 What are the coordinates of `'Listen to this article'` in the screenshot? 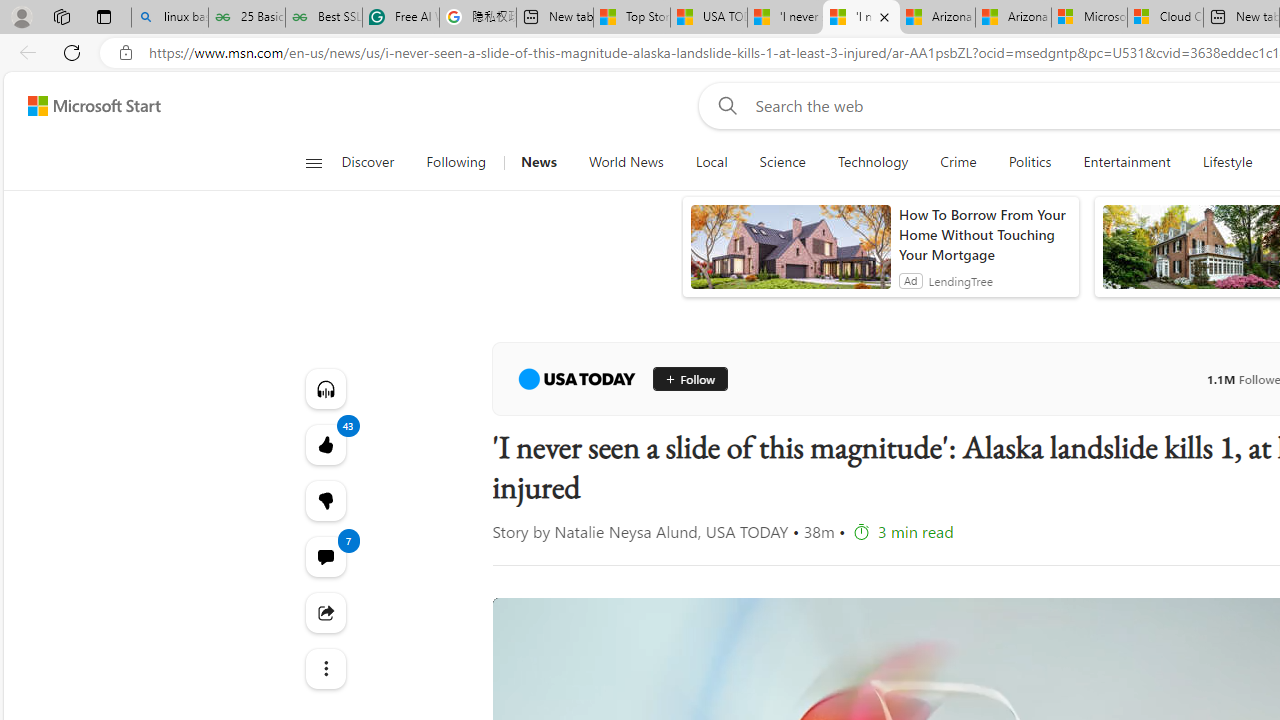 It's located at (325, 388).